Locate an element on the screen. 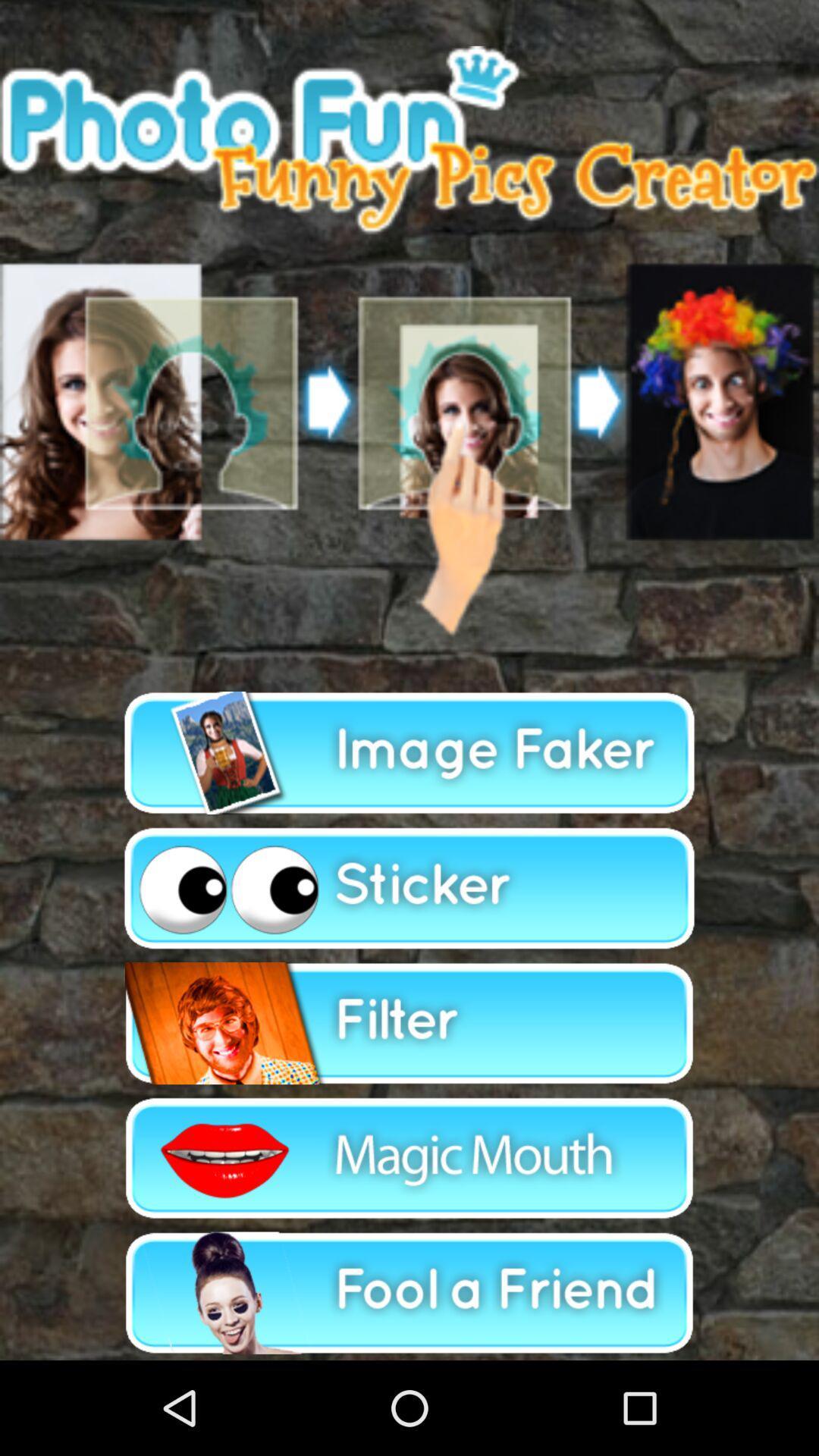 The width and height of the screenshot is (819, 1456). editing options is located at coordinates (409, 1292).